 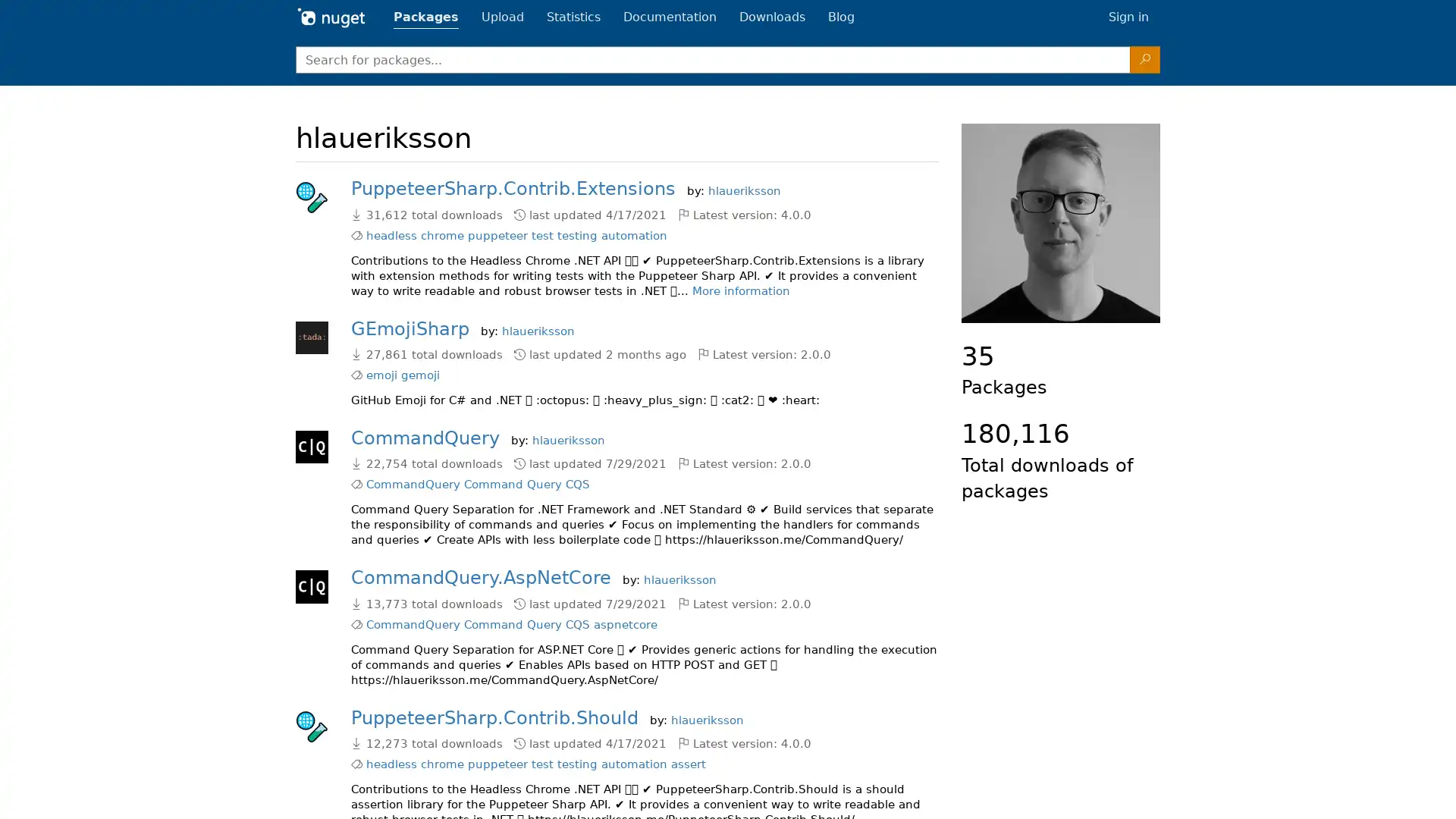 I want to click on Search, so click(x=1145, y=58).